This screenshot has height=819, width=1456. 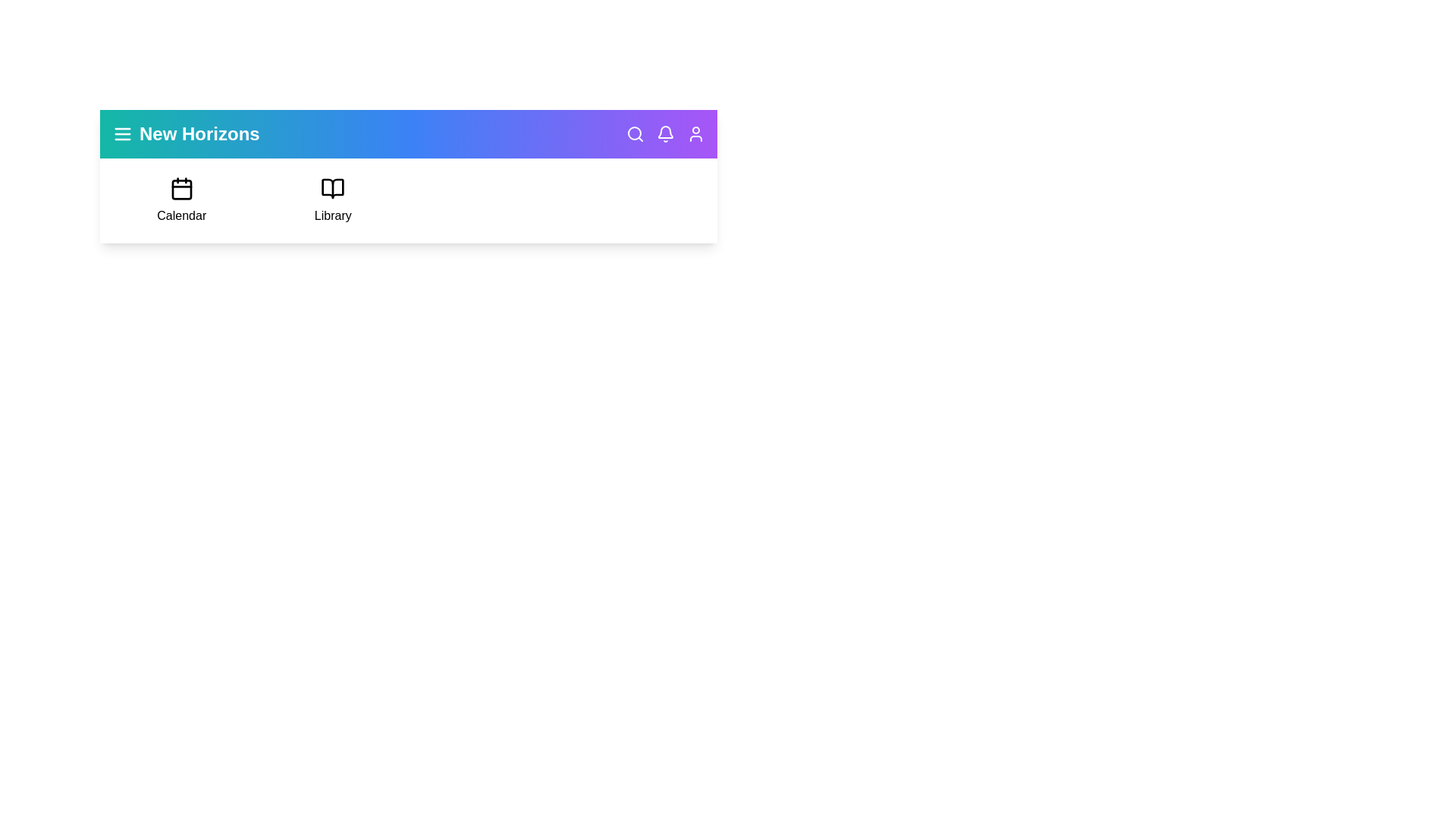 What do you see at coordinates (123, 133) in the screenshot?
I see `the main menu button to toggle the menu visibility` at bounding box center [123, 133].